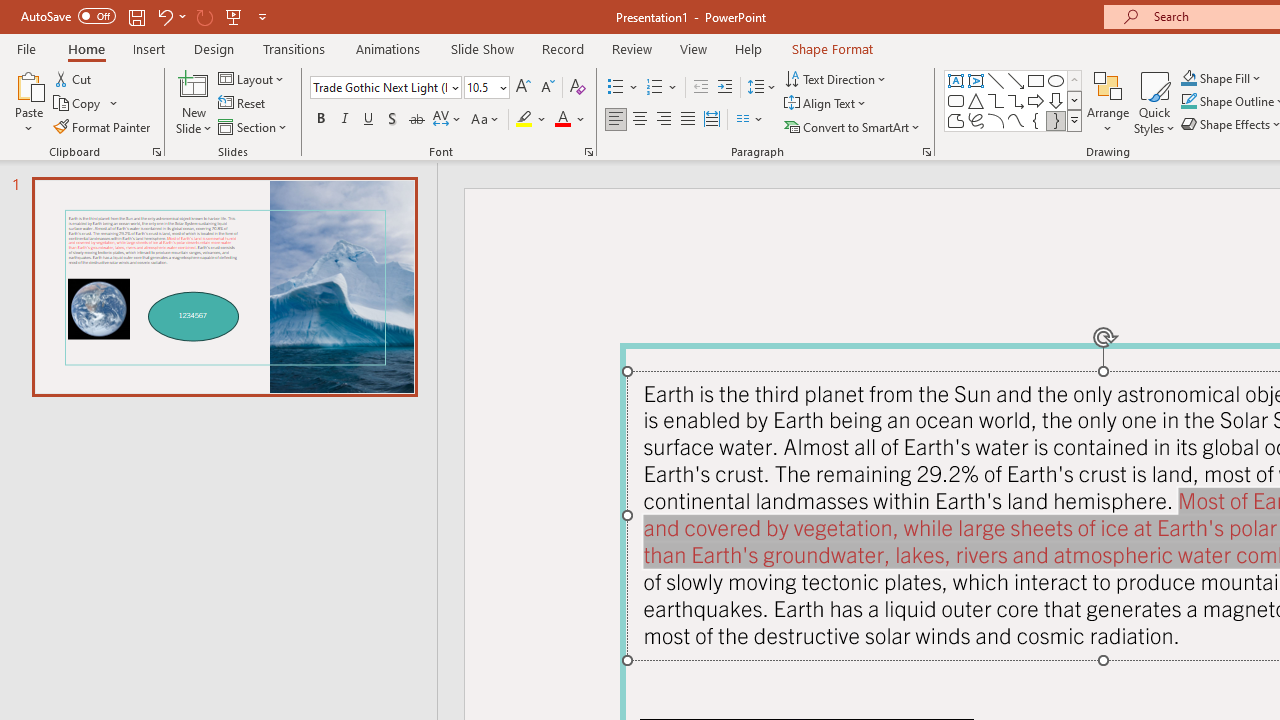 This screenshot has height=720, width=1280. I want to click on 'Curve', so click(1016, 120).